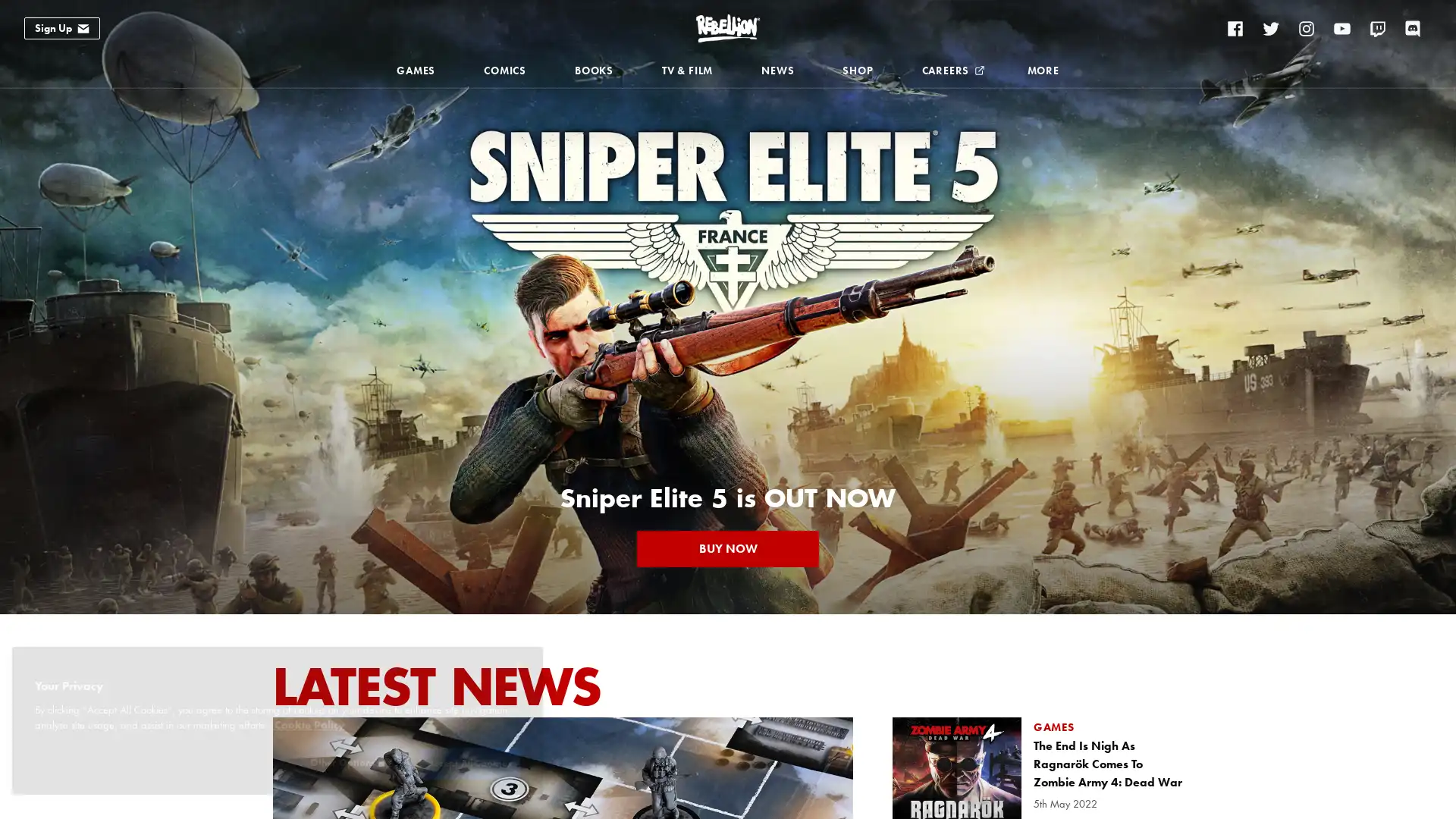 The height and width of the screenshot is (819, 1456). I want to click on Close, so click(519, 663).